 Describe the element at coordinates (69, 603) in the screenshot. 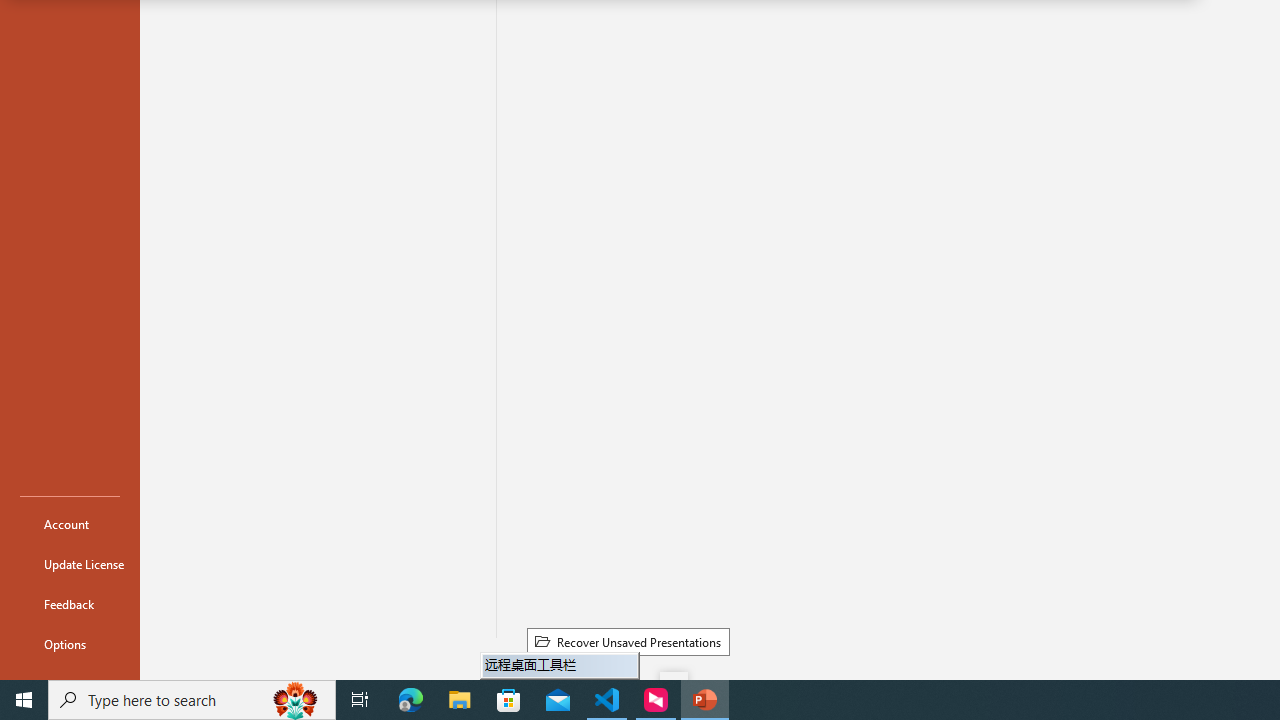

I see `'Feedback'` at that location.